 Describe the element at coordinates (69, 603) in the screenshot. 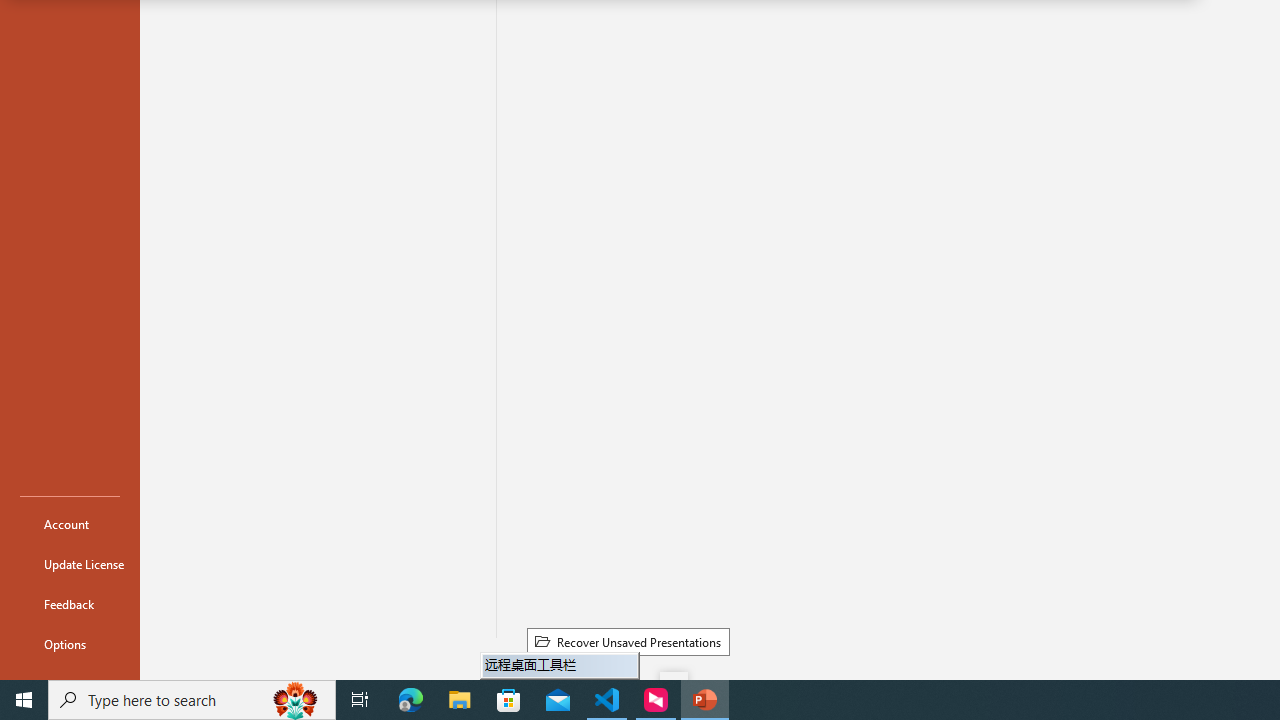

I see `'Feedback'` at that location.